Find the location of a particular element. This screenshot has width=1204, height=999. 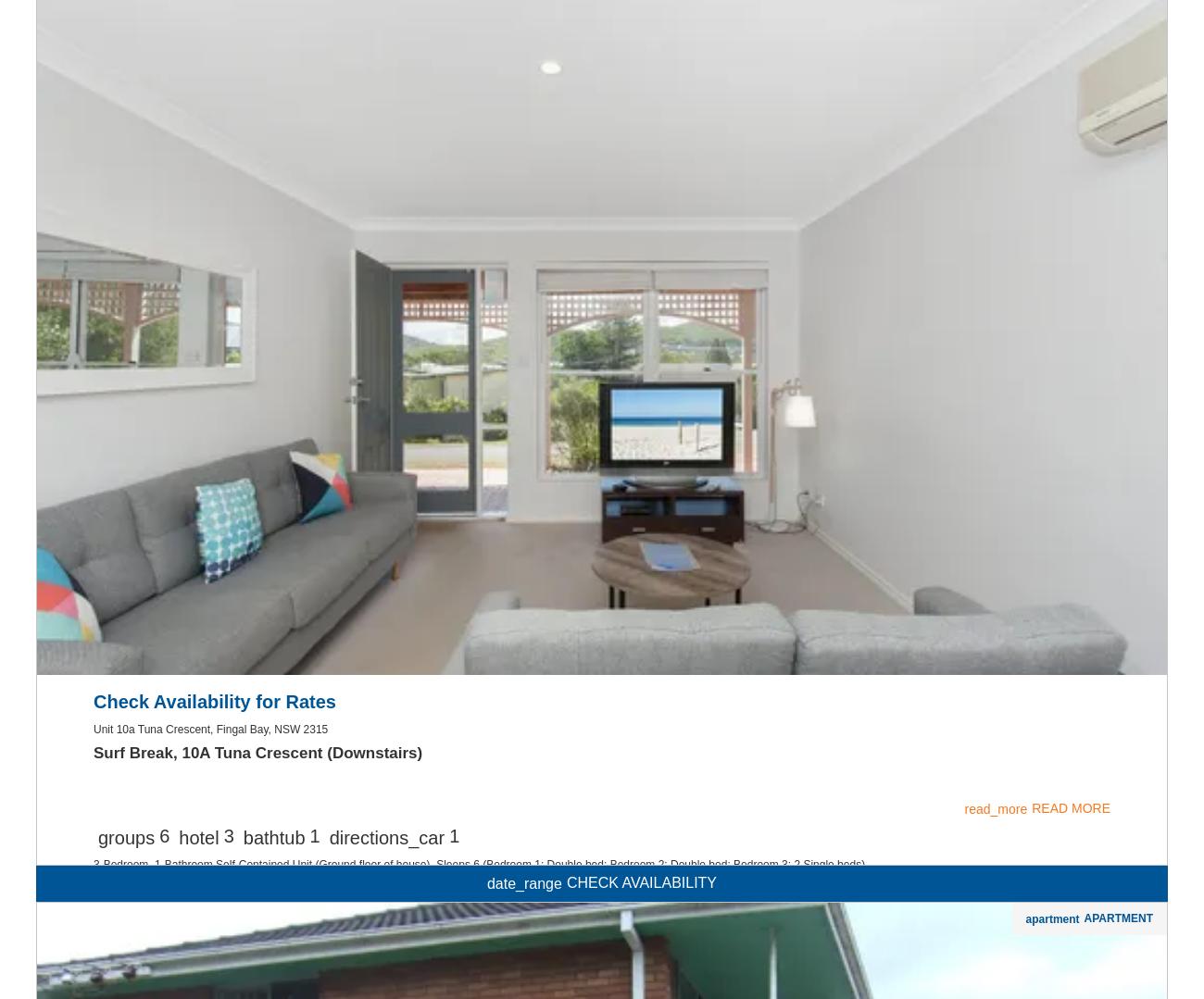

'Apartment Features' is located at coordinates (200, 218).